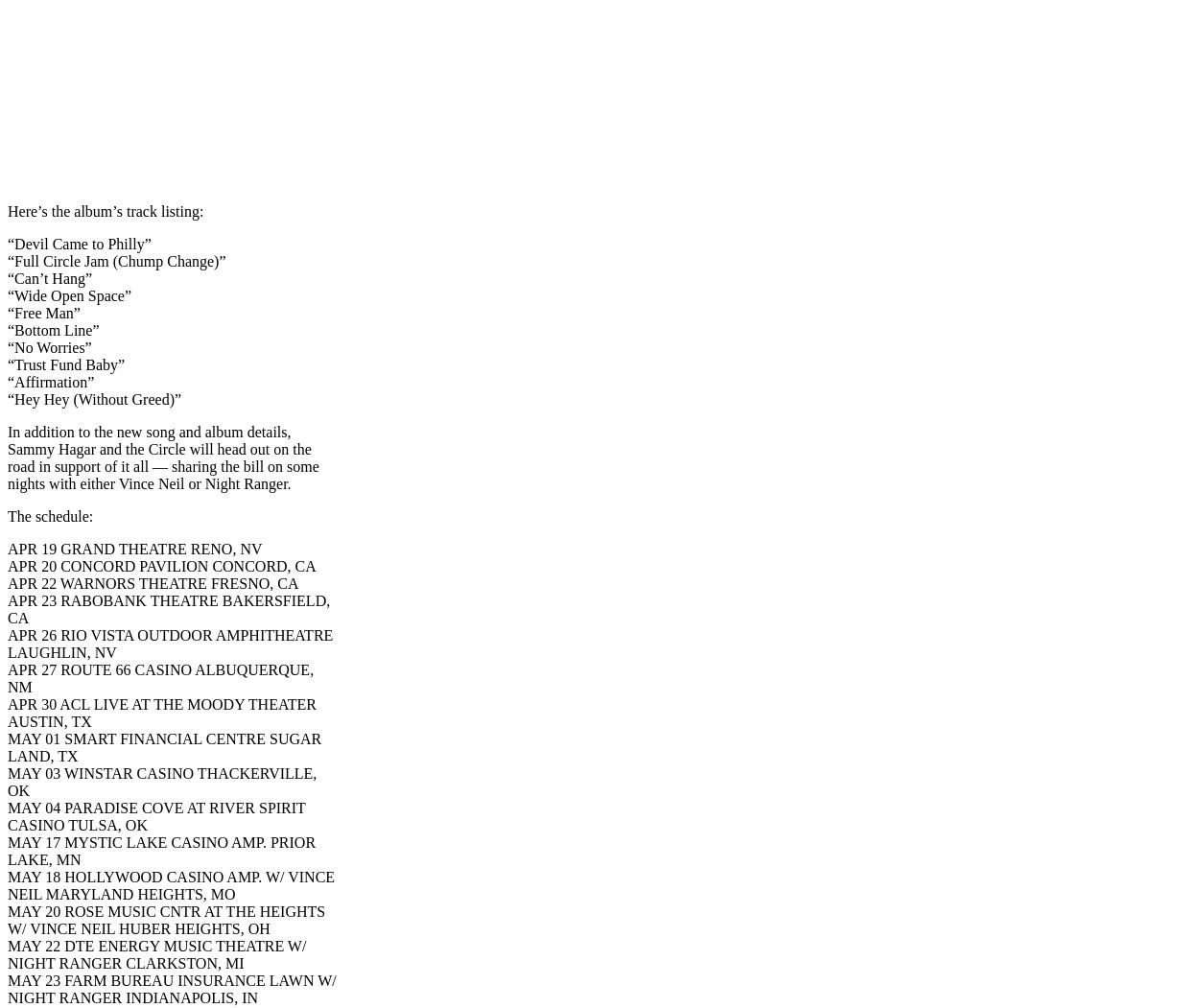  I want to click on 'APR 19 GRAND THEATRE RENO, NV', so click(133, 549).